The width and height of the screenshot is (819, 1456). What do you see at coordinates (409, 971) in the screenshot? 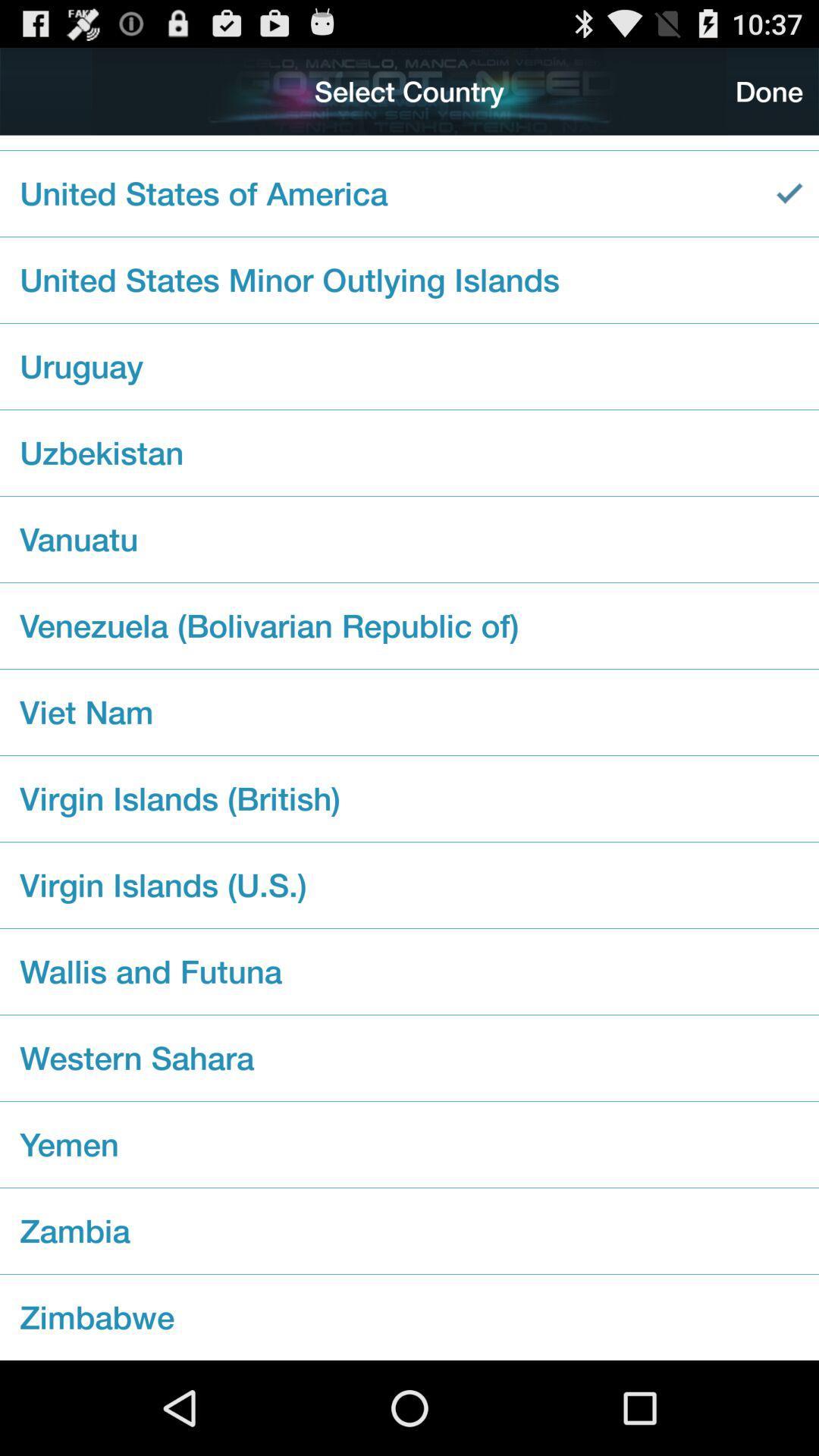
I see `the wallis and futuna checkbox` at bounding box center [409, 971].